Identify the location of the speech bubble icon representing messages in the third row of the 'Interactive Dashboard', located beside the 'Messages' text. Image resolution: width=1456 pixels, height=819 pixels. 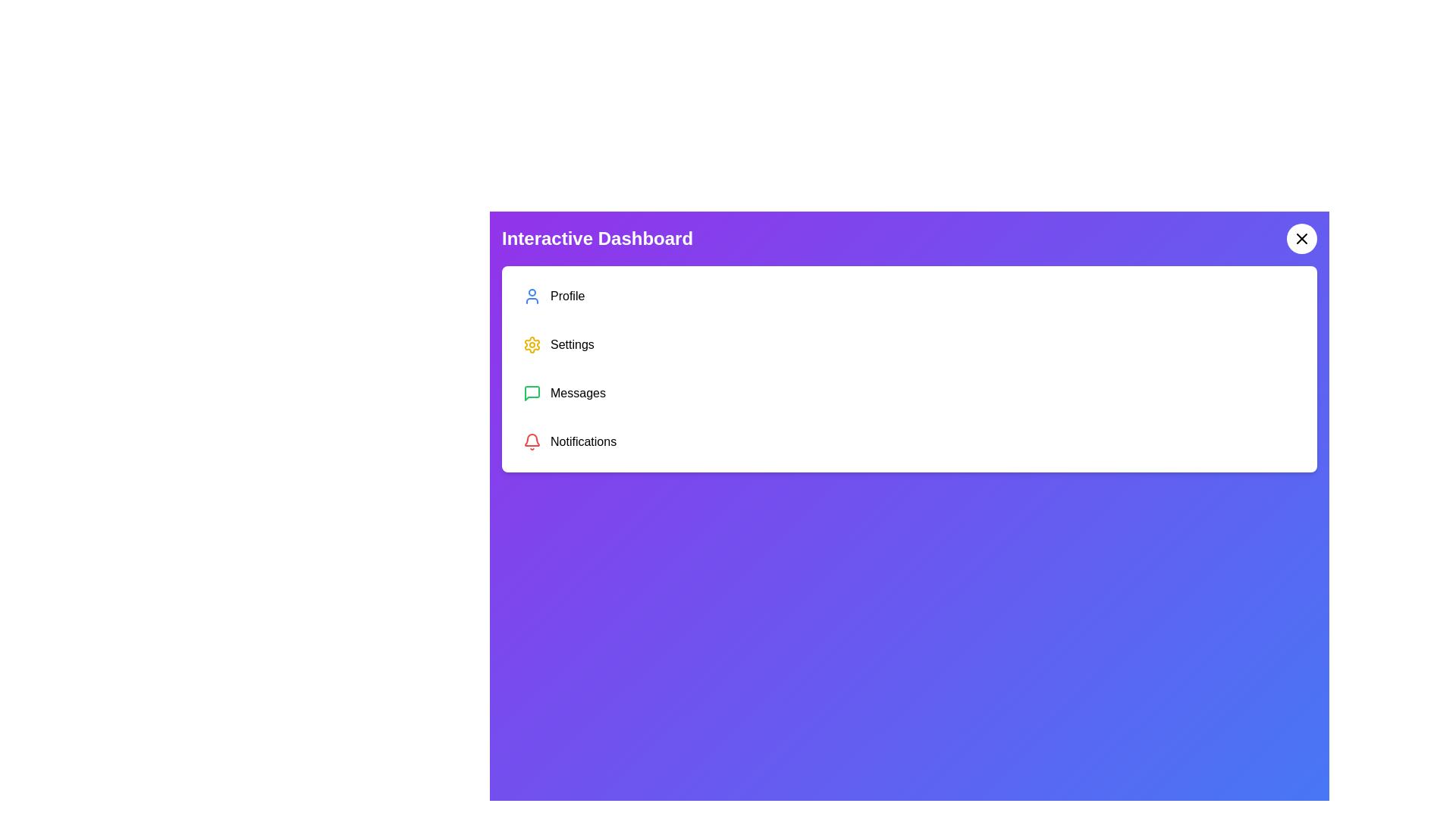
(532, 393).